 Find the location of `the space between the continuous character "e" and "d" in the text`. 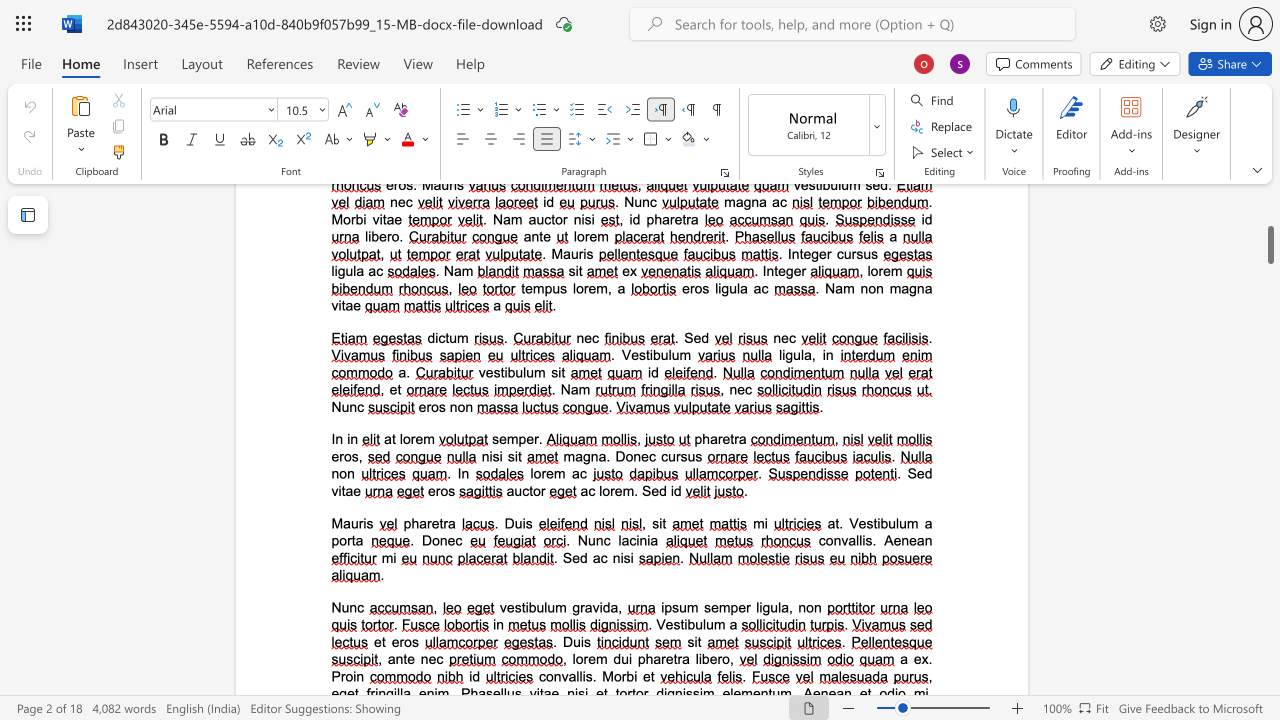

the space between the continuous character "e" and "d" in the text is located at coordinates (578, 558).